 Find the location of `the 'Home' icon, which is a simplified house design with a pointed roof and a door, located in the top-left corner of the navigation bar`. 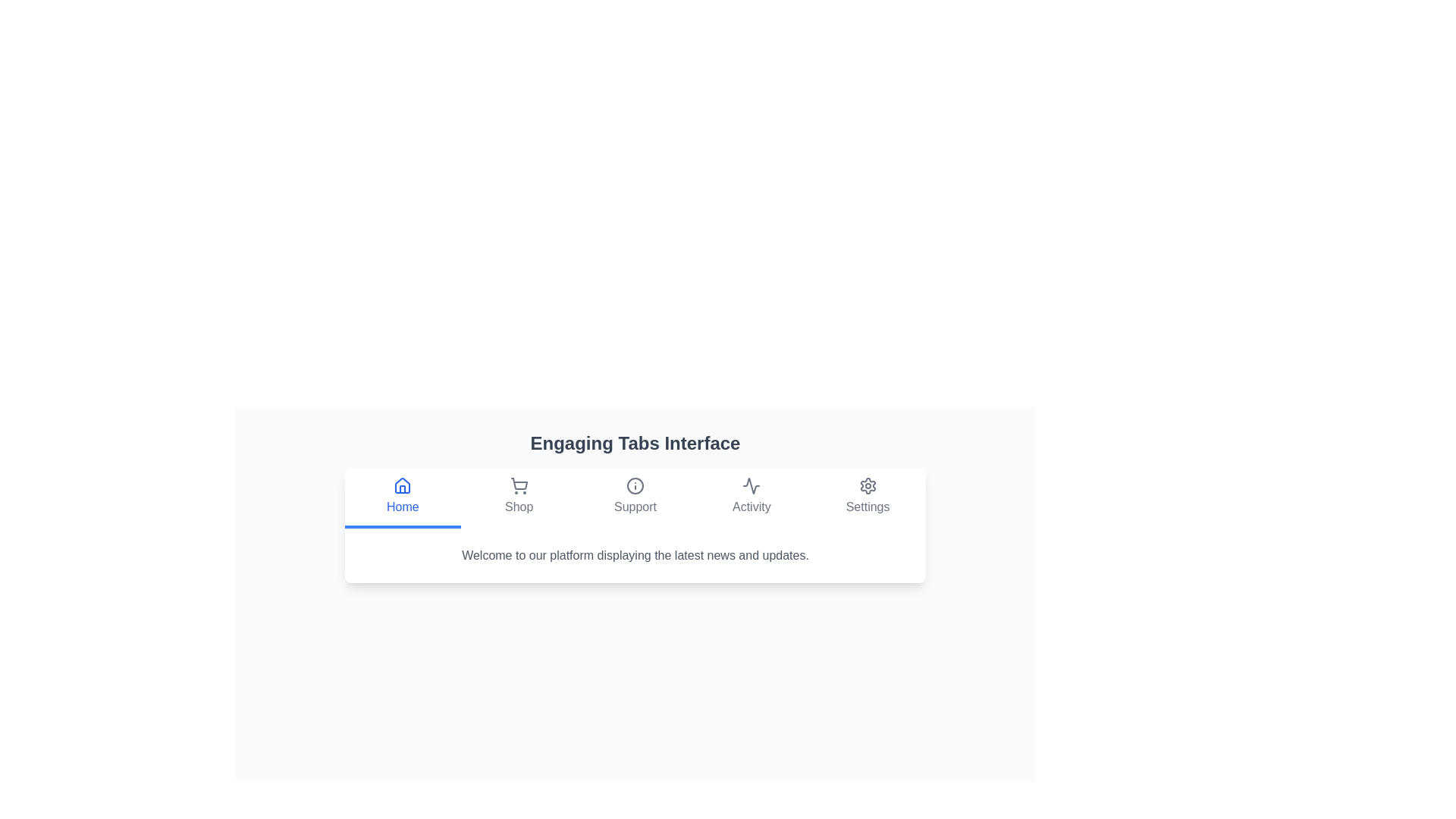

the 'Home' icon, which is a simplified house design with a pointed roof and a door, located in the top-left corner of the navigation bar is located at coordinates (403, 485).